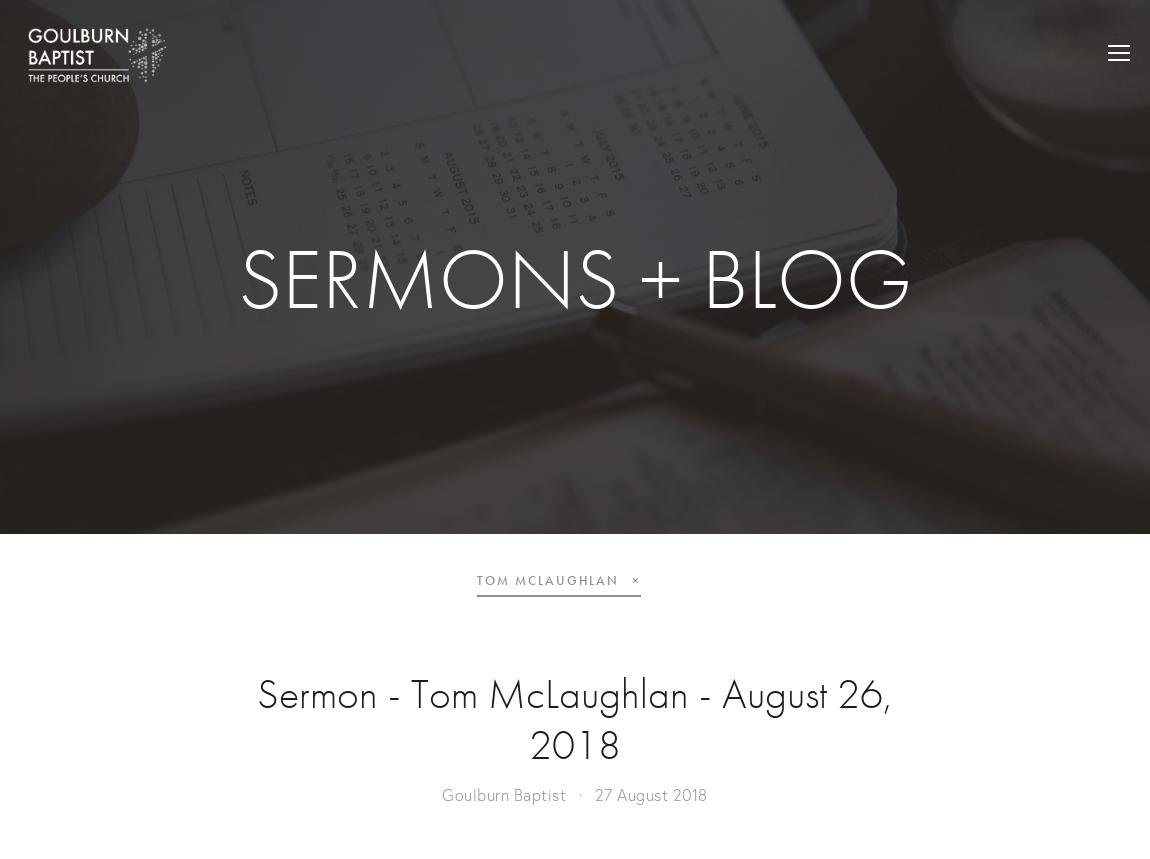  Describe the element at coordinates (981, 104) in the screenshot. I see `'JOB OPENINGS'` at that location.